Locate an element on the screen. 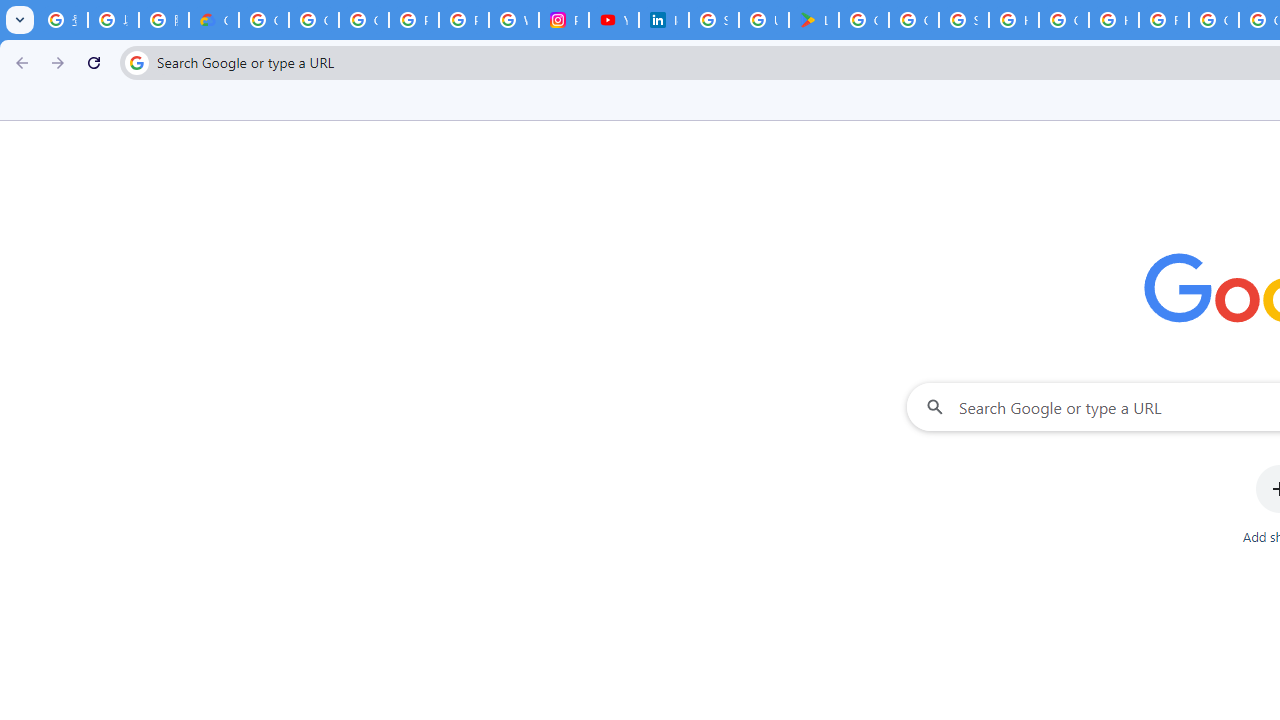 The width and height of the screenshot is (1280, 720). 'System' is located at coordinates (10, 11).